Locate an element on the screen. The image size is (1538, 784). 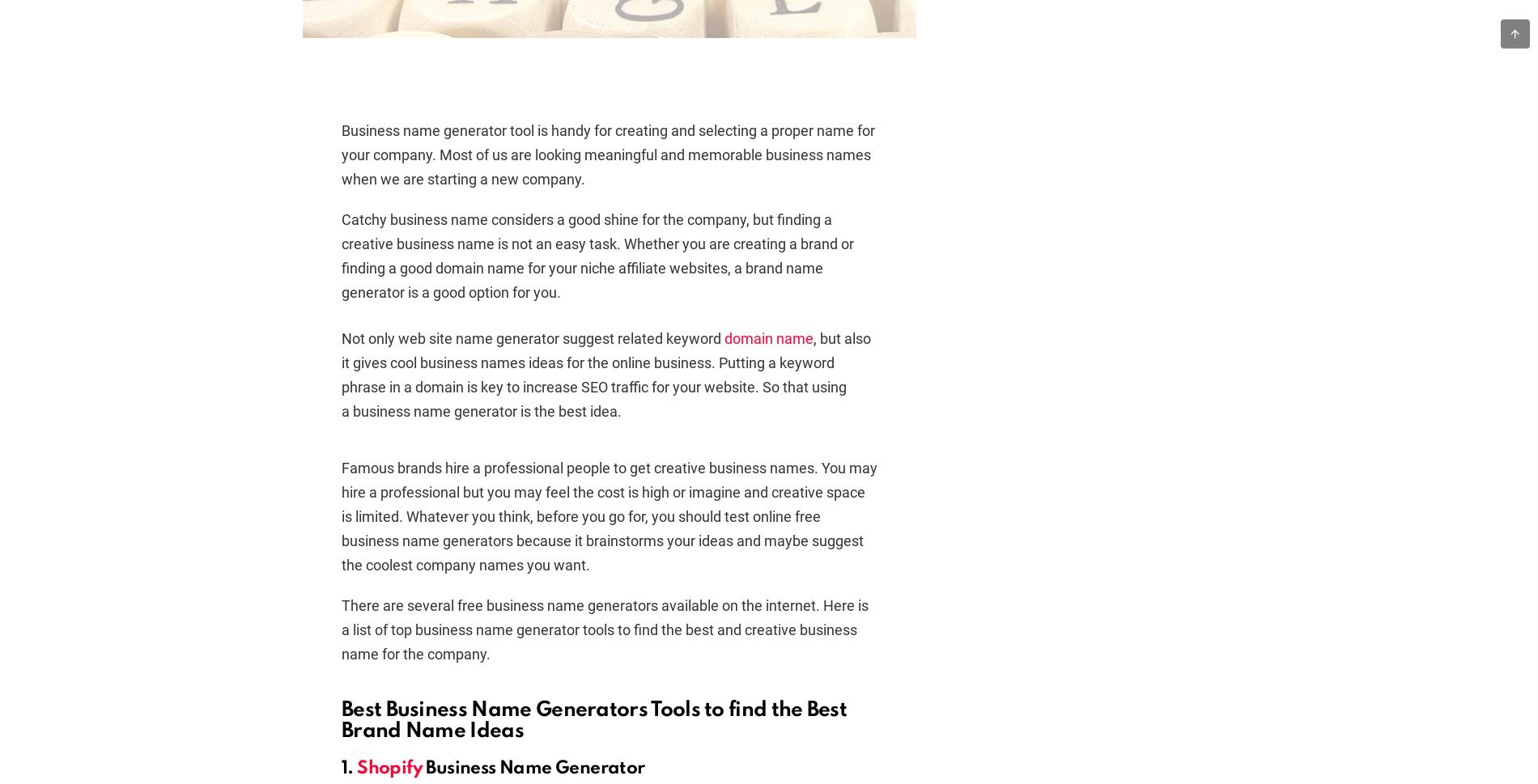
'Not only web site name generator suggest related keyword' is located at coordinates (533, 337).